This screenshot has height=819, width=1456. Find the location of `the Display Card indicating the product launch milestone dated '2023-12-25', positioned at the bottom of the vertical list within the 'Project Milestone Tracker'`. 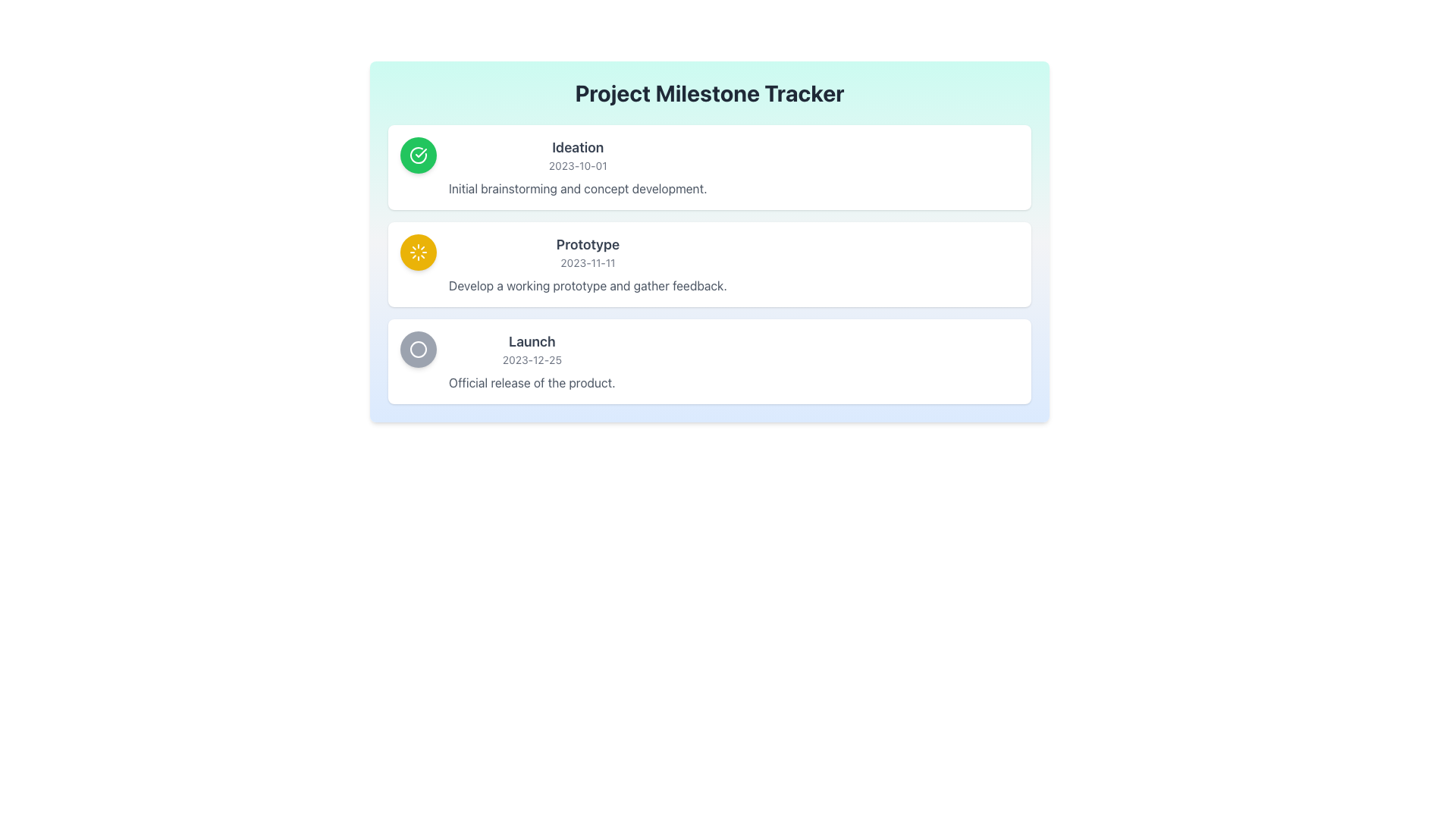

the Display Card indicating the product launch milestone dated '2023-12-25', positioned at the bottom of the vertical list within the 'Project Milestone Tracker' is located at coordinates (709, 362).